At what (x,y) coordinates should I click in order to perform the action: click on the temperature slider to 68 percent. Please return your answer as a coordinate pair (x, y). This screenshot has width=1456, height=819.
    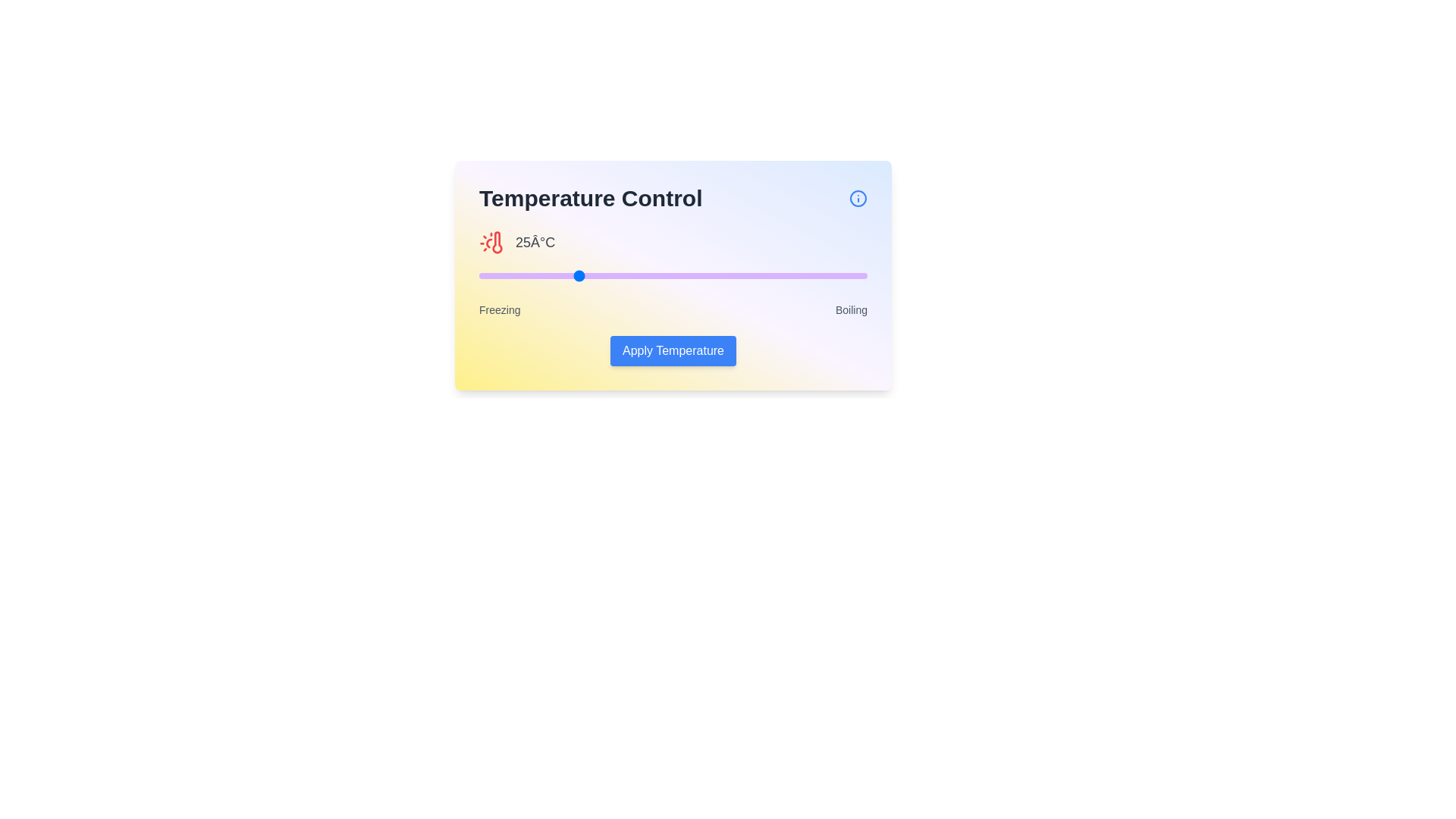
    Looking at the image, I should click on (743, 275).